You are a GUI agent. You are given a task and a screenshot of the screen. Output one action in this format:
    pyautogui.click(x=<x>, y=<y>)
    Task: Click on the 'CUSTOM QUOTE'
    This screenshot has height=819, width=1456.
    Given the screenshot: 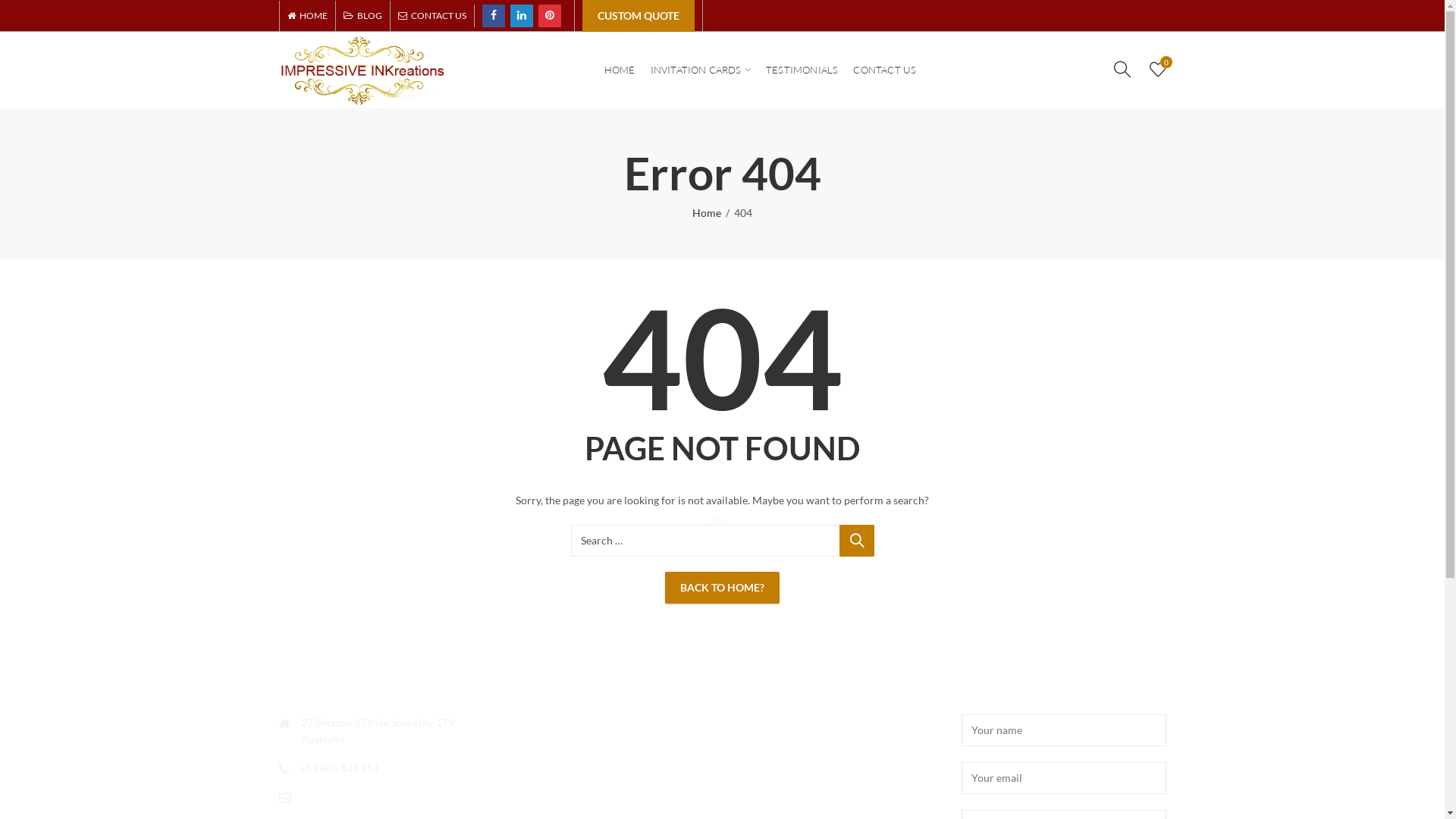 What is the action you would take?
    pyautogui.click(x=638, y=15)
    